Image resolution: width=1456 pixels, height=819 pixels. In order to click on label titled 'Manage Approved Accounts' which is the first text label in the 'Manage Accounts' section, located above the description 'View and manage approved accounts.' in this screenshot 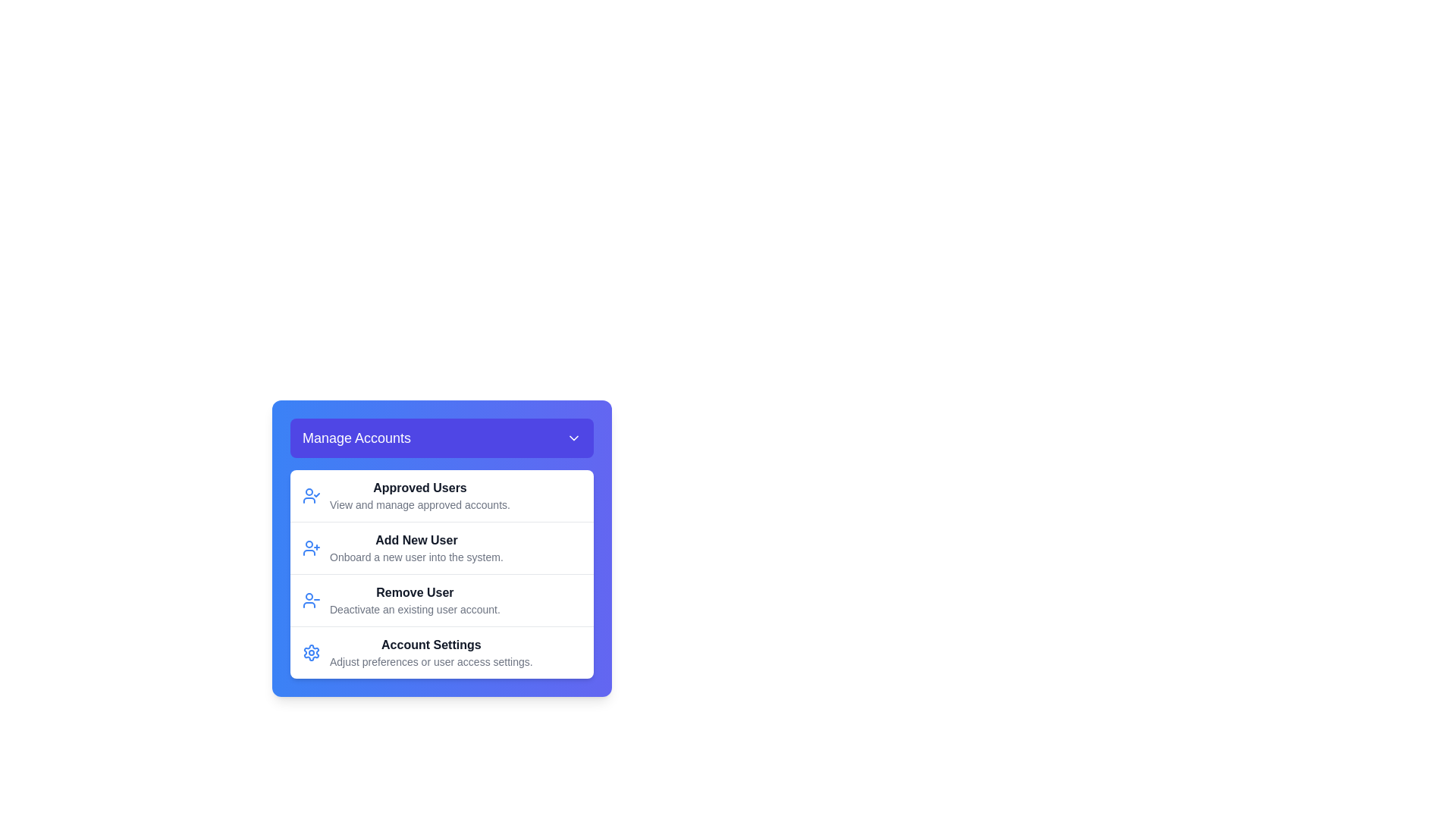, I will do `click(419, 488)`.